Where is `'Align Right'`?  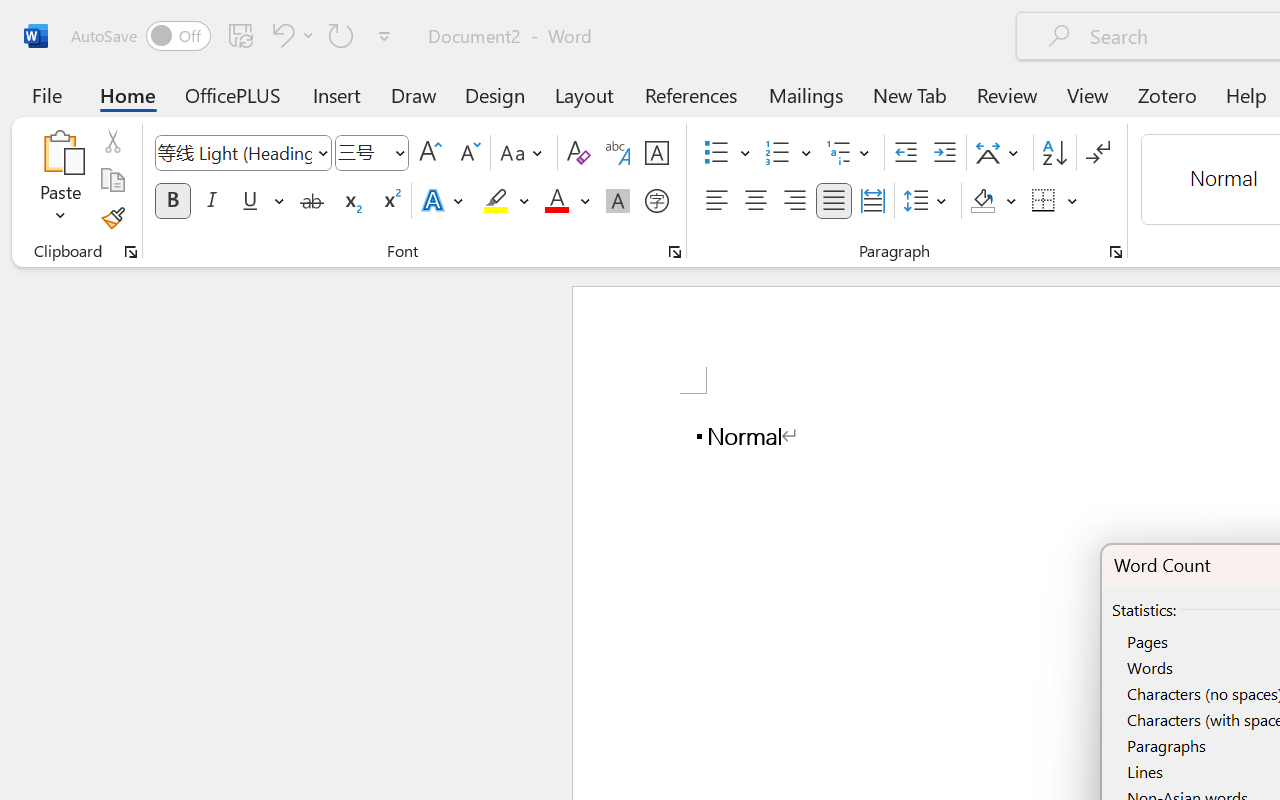 'Align Right' is located at coordinates (793, 201).